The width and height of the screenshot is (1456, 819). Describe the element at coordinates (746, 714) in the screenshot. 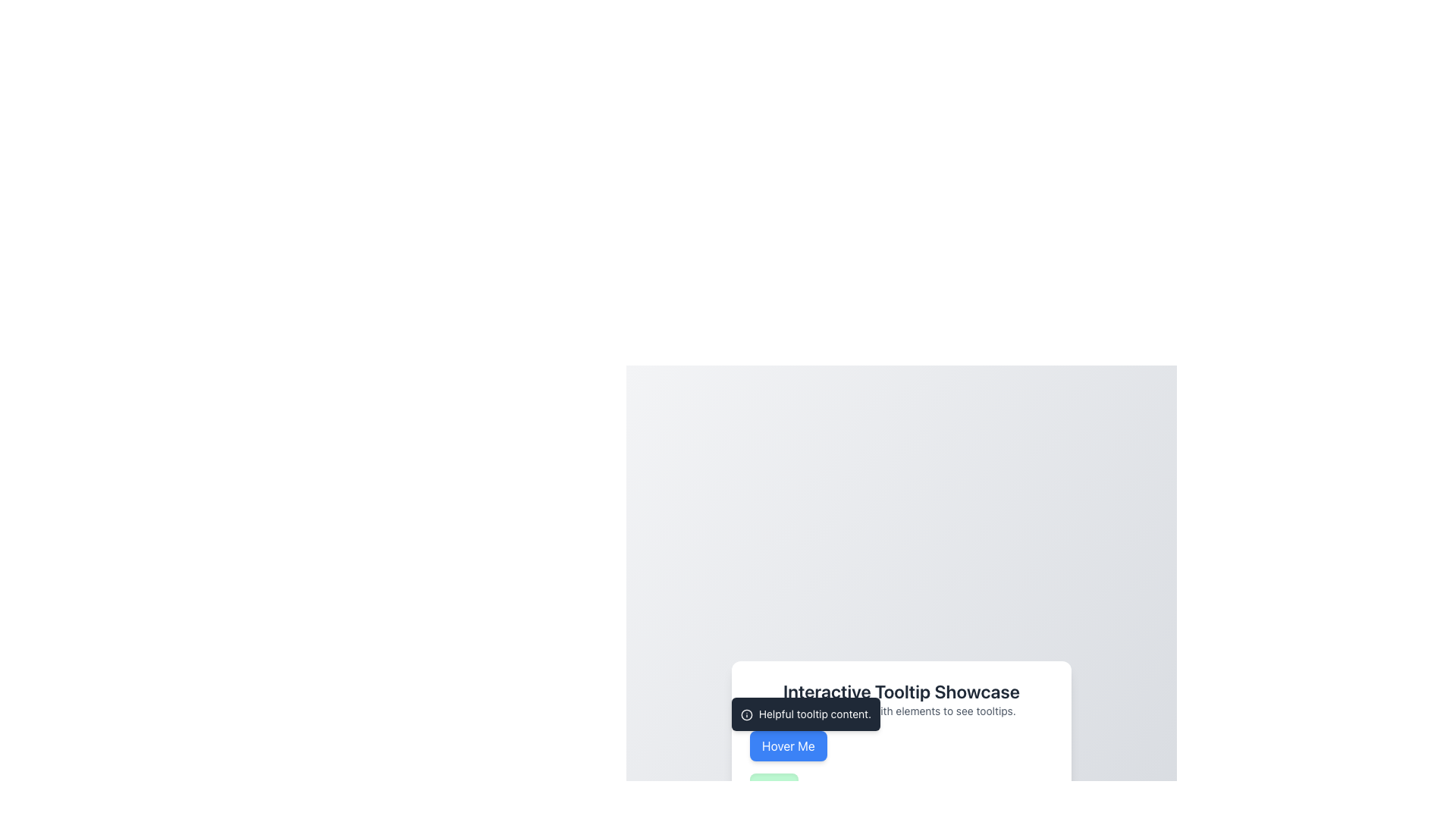

I see `the informational icon located at the top-left of the tooltip containing 'Helpful tooltip content' to potentially access further information` at that location.